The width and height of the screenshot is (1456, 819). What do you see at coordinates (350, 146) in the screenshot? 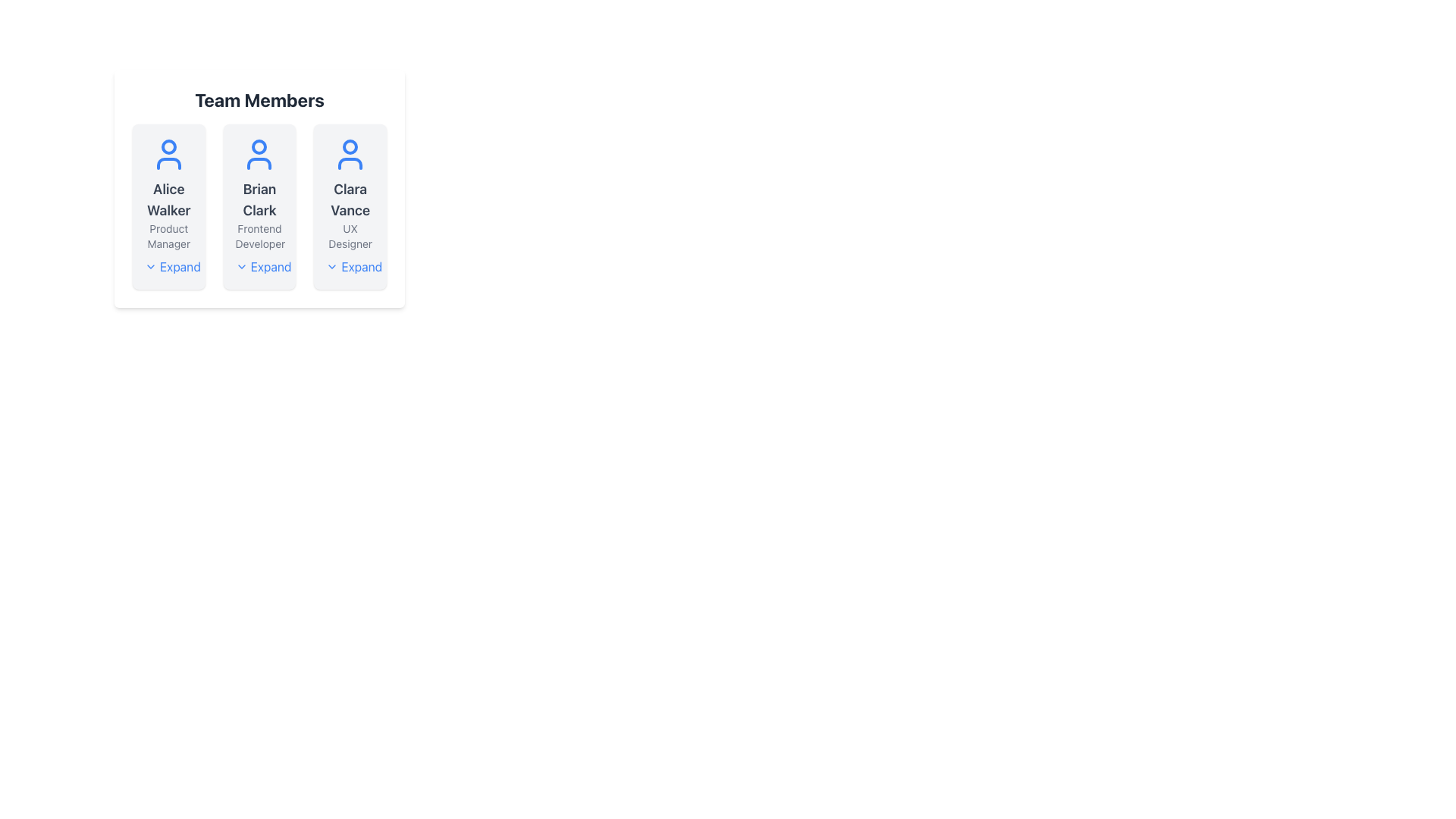
I see `the graphical decorative element above the head area of Clara Vance's avatar, which signifies user status` at bounding box center [350, 146].